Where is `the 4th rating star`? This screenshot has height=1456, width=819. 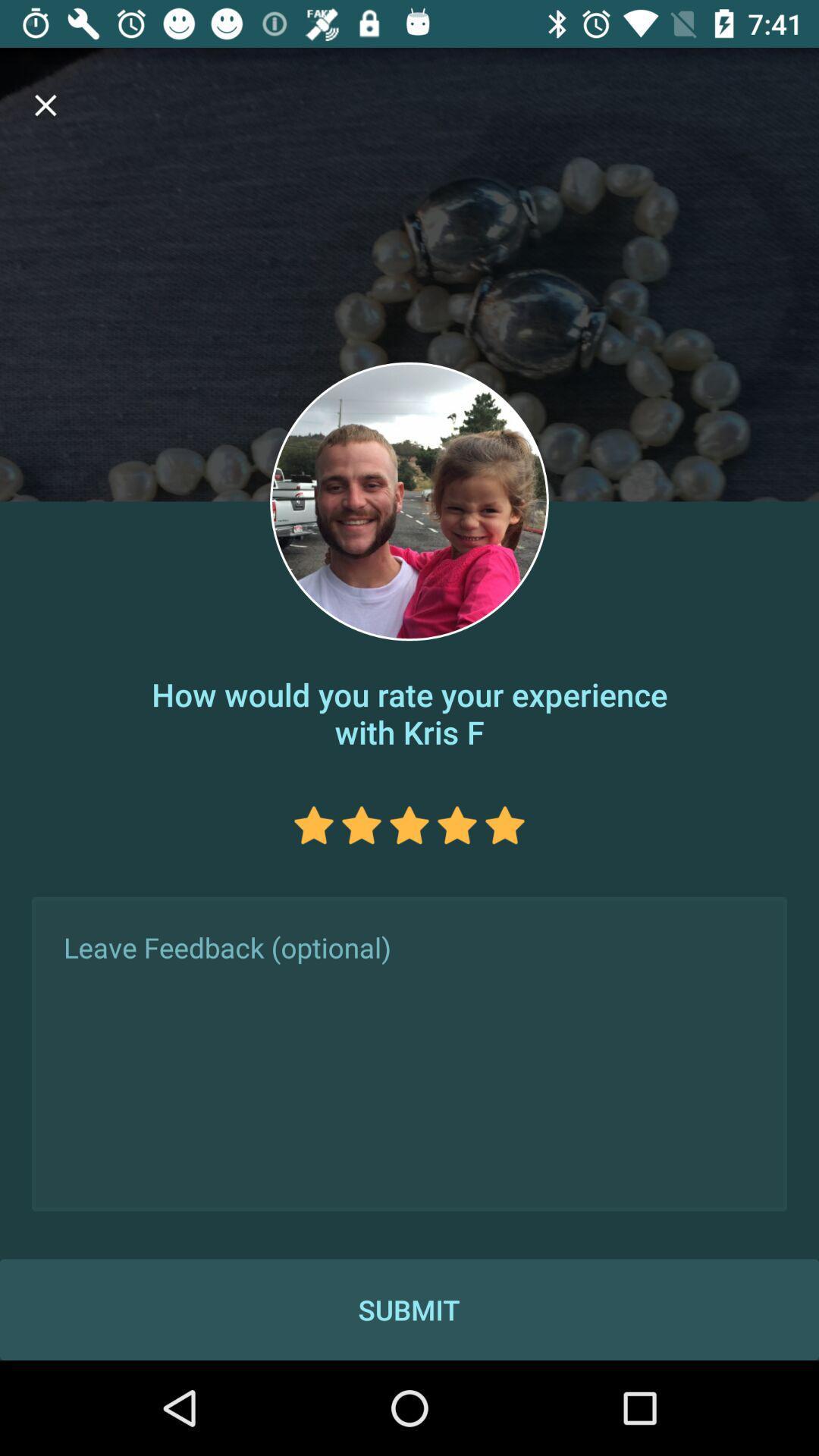 the 4th rating star is located at coordinates (456, 824).